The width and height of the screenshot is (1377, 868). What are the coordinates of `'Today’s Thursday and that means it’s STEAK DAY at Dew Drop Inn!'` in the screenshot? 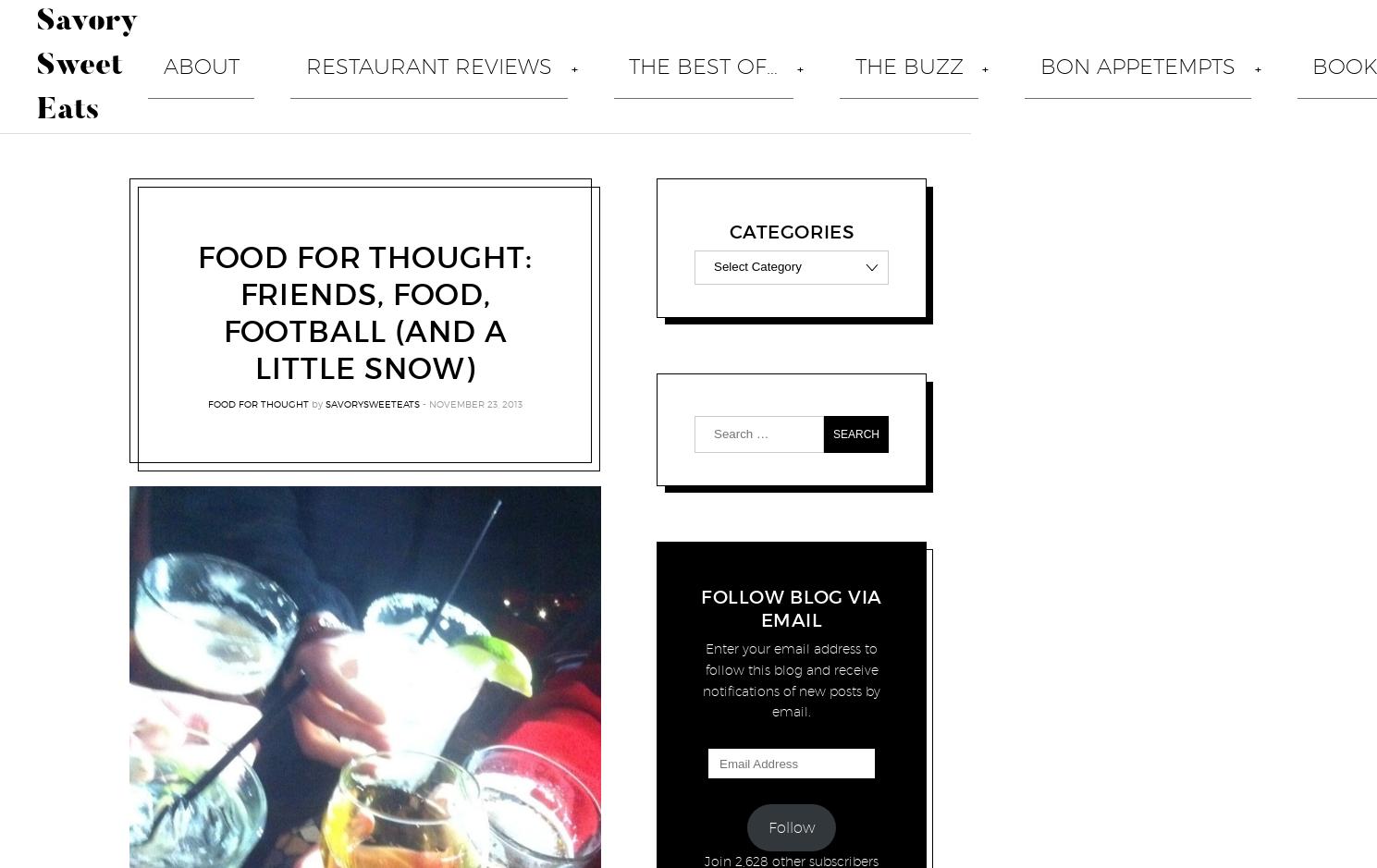 It's located at (684, 811).